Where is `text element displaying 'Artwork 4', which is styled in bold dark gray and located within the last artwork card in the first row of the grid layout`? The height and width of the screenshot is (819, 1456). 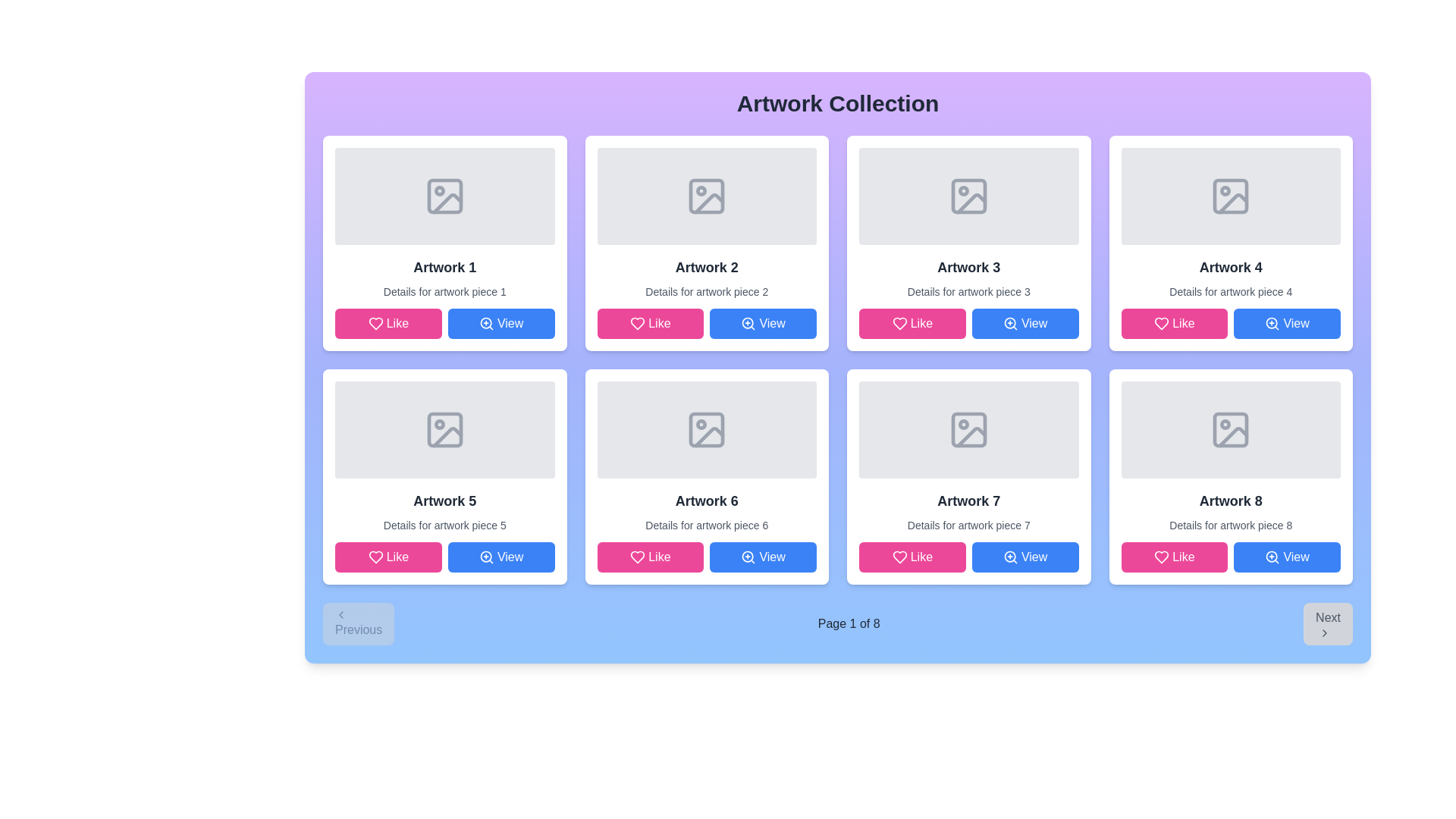 text element displaying 'Artwork 4', which is styled in bold dark gray and located within the last artwork card in the first row of the grid layout is located at coordinates (1231, 267).